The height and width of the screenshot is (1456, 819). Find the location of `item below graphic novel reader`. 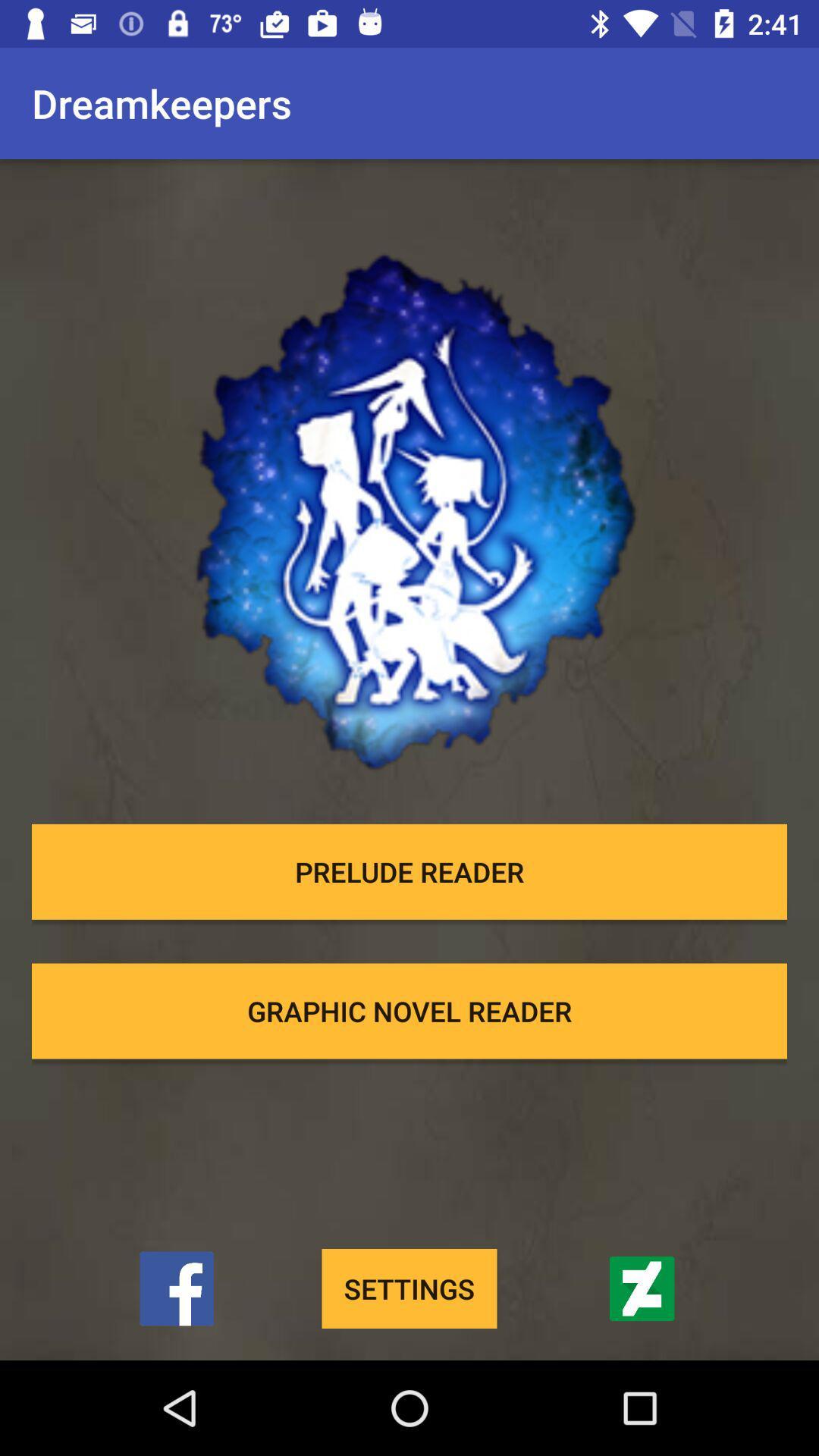

item below graphic novel reader is located at coordinates (409, 1288).